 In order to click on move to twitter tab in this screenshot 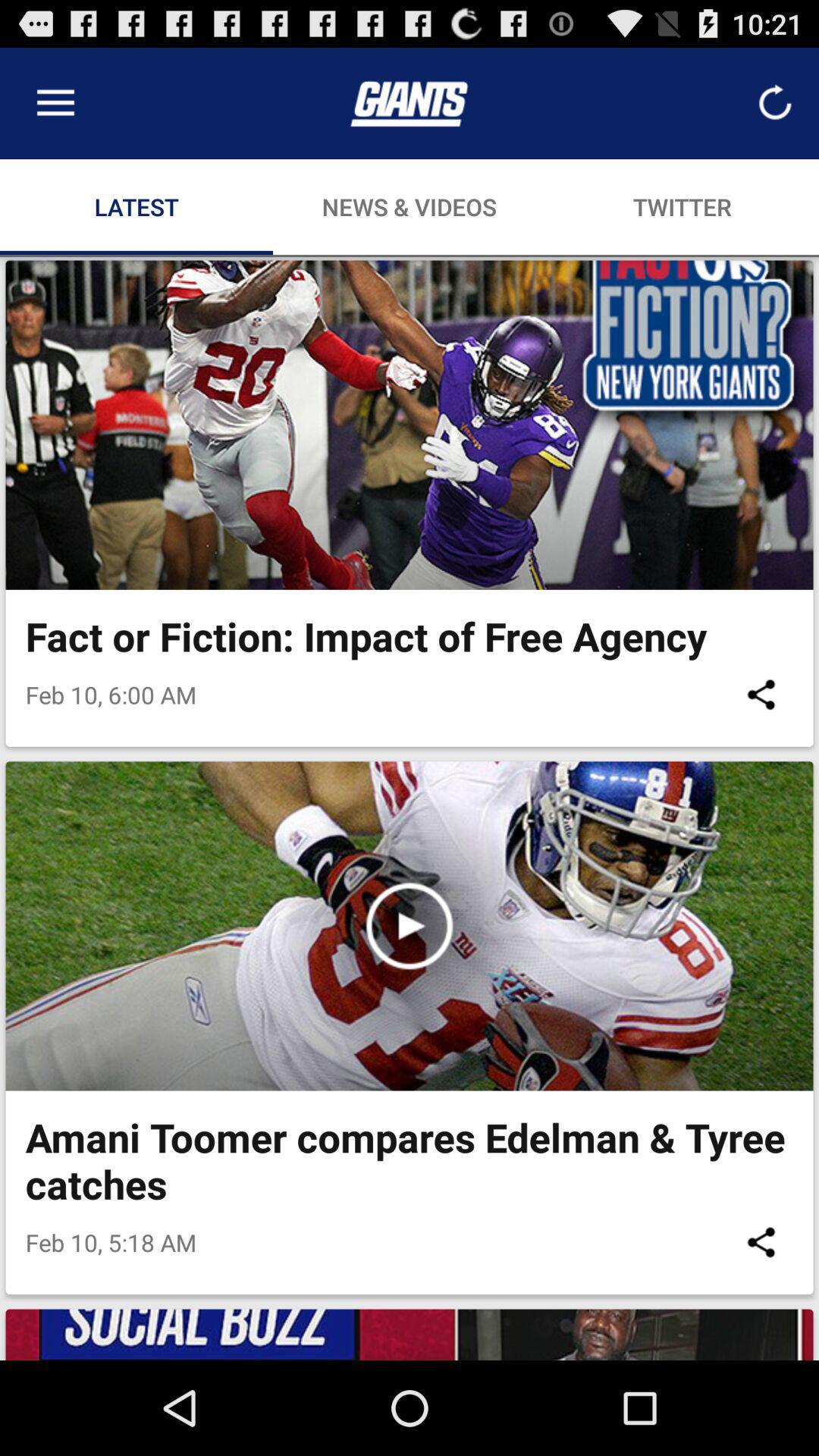, I will do `click(681, 206)`.